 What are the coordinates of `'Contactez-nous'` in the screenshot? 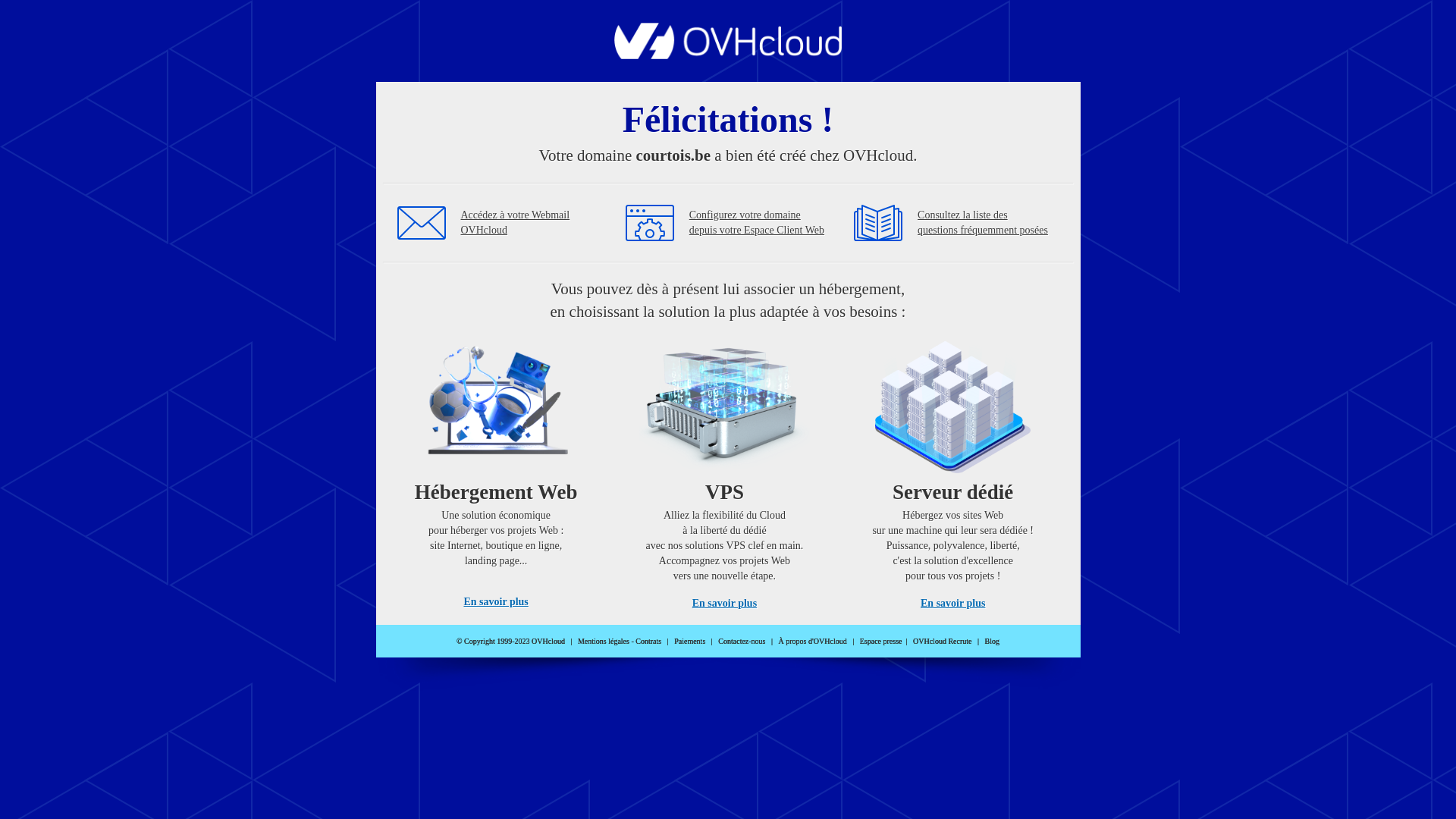 It's located at (742, 641).